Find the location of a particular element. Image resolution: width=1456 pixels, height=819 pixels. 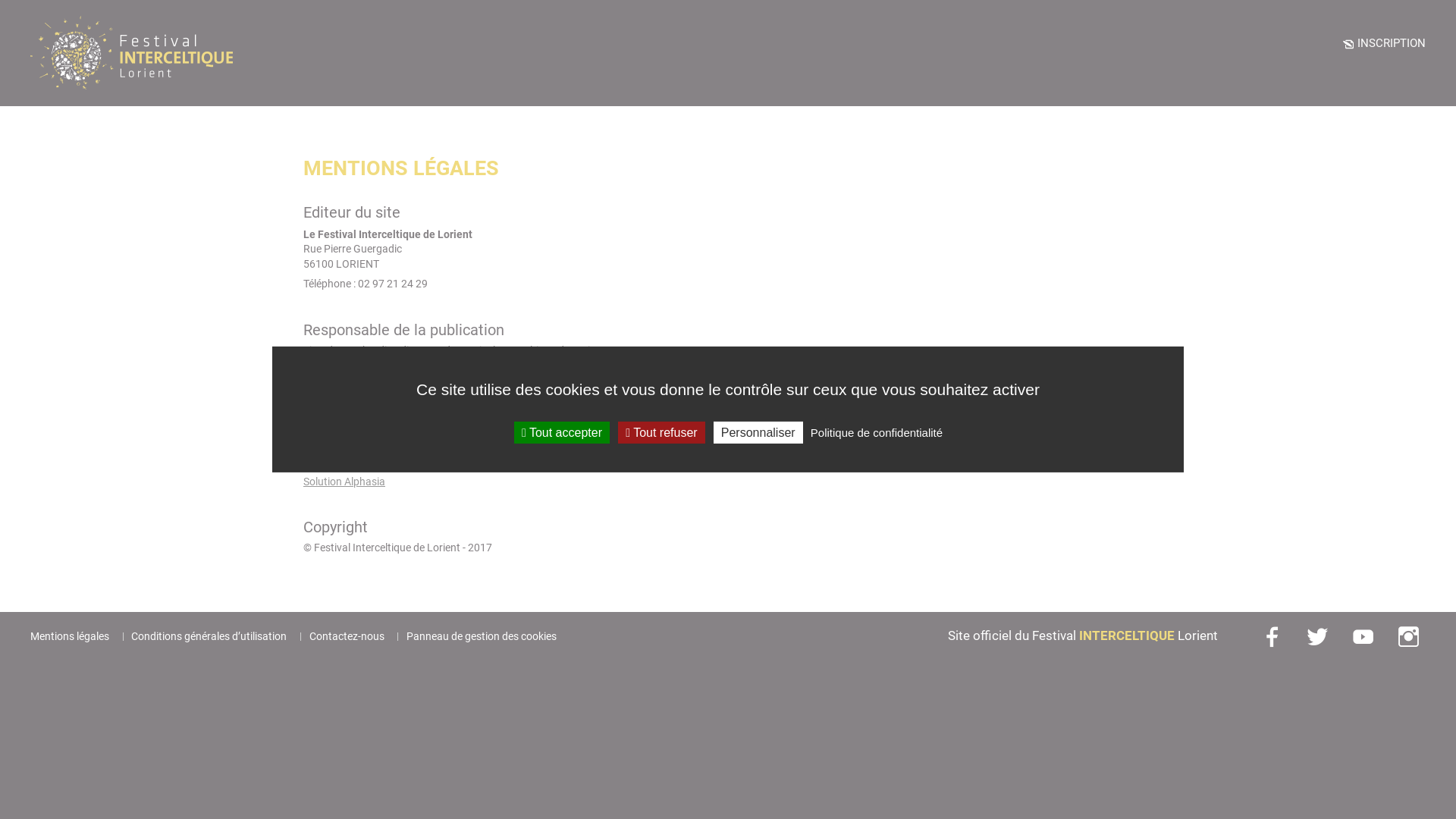

'INSCRIPTION' is located at coordinates (1383, 42).